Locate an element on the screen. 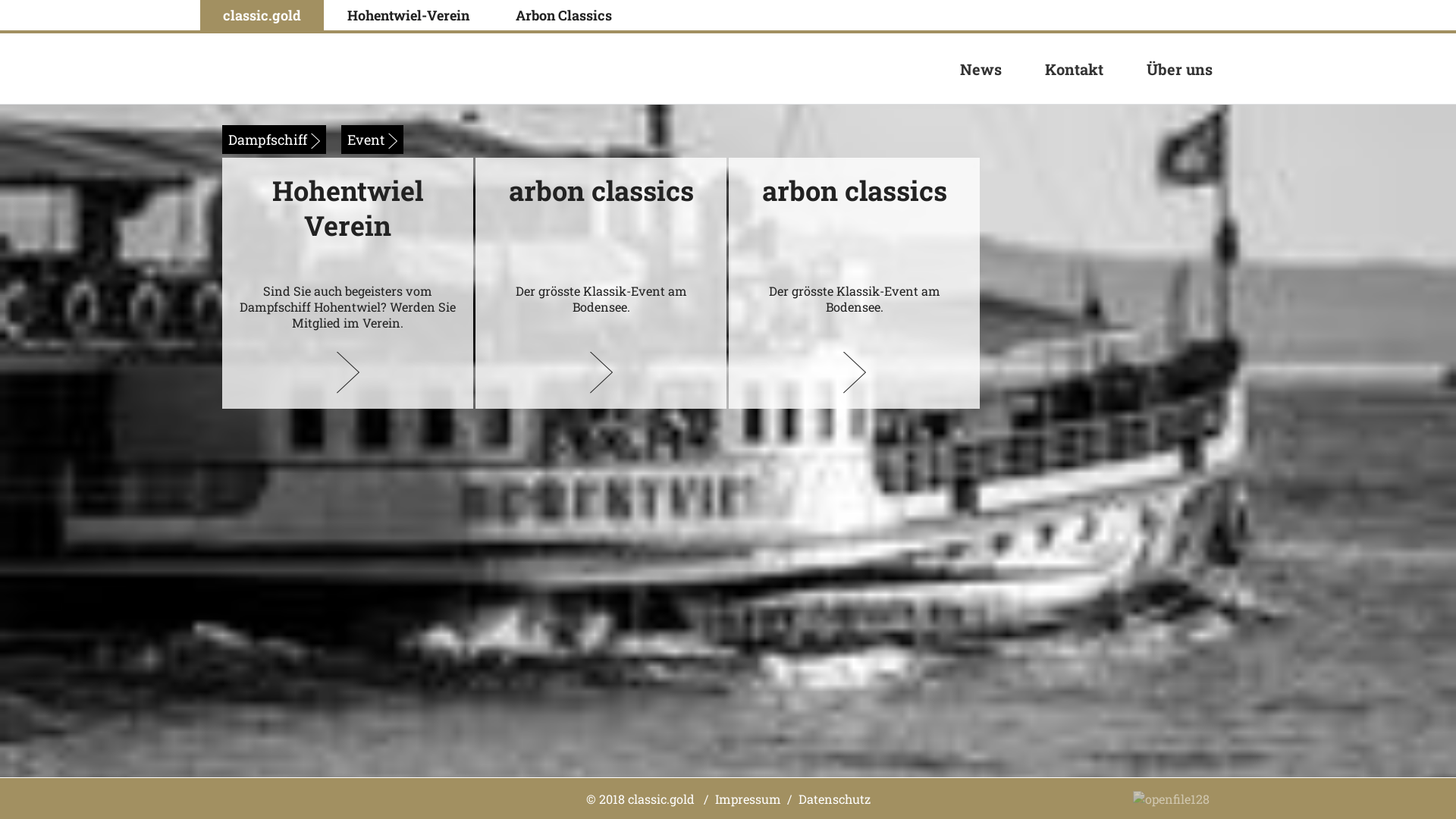 This screenshot has width=1456, height=819. 'Arbon Classics' is located at coordinates (492, 14).